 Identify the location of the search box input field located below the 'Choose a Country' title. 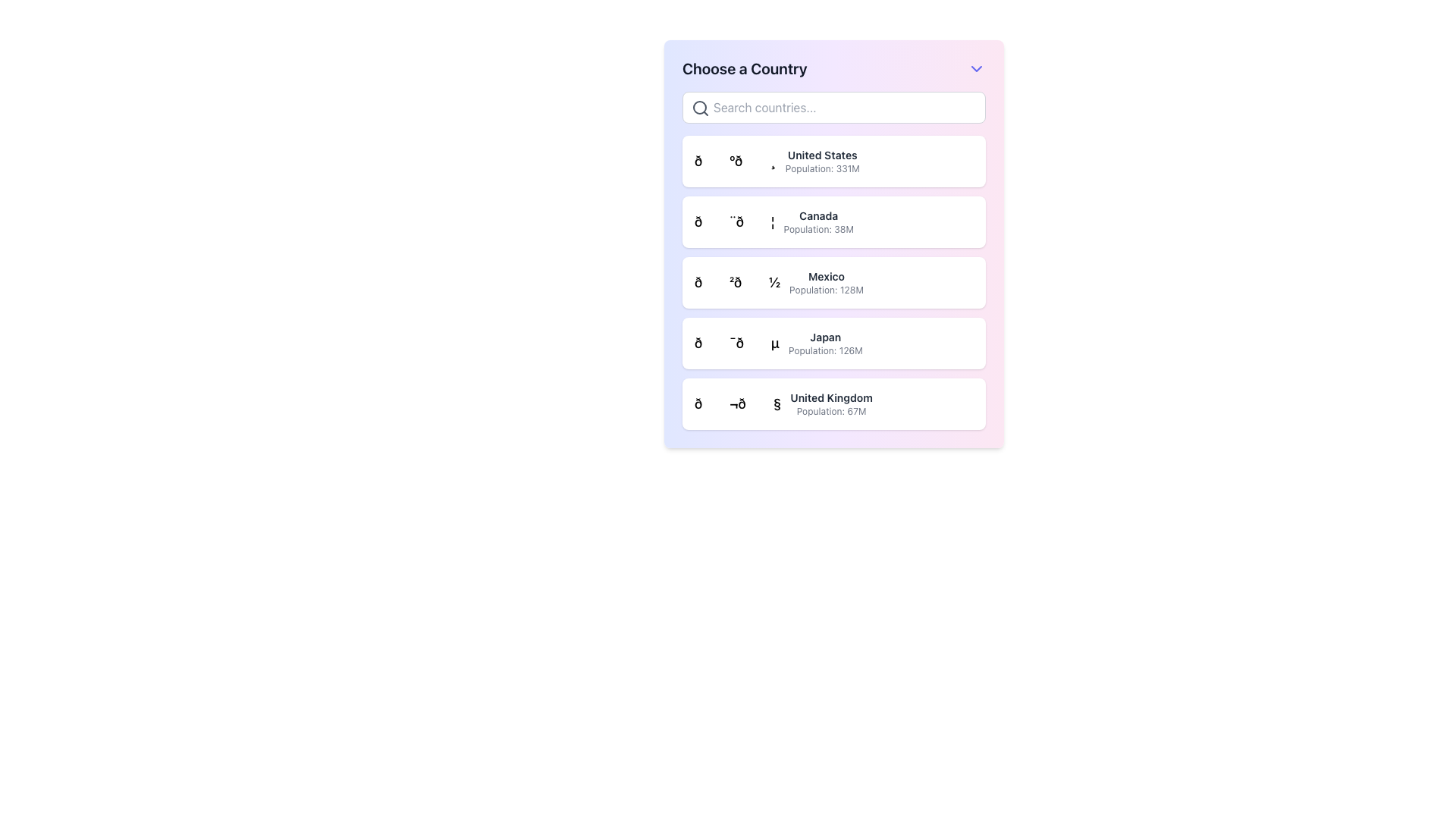
(833, 107).